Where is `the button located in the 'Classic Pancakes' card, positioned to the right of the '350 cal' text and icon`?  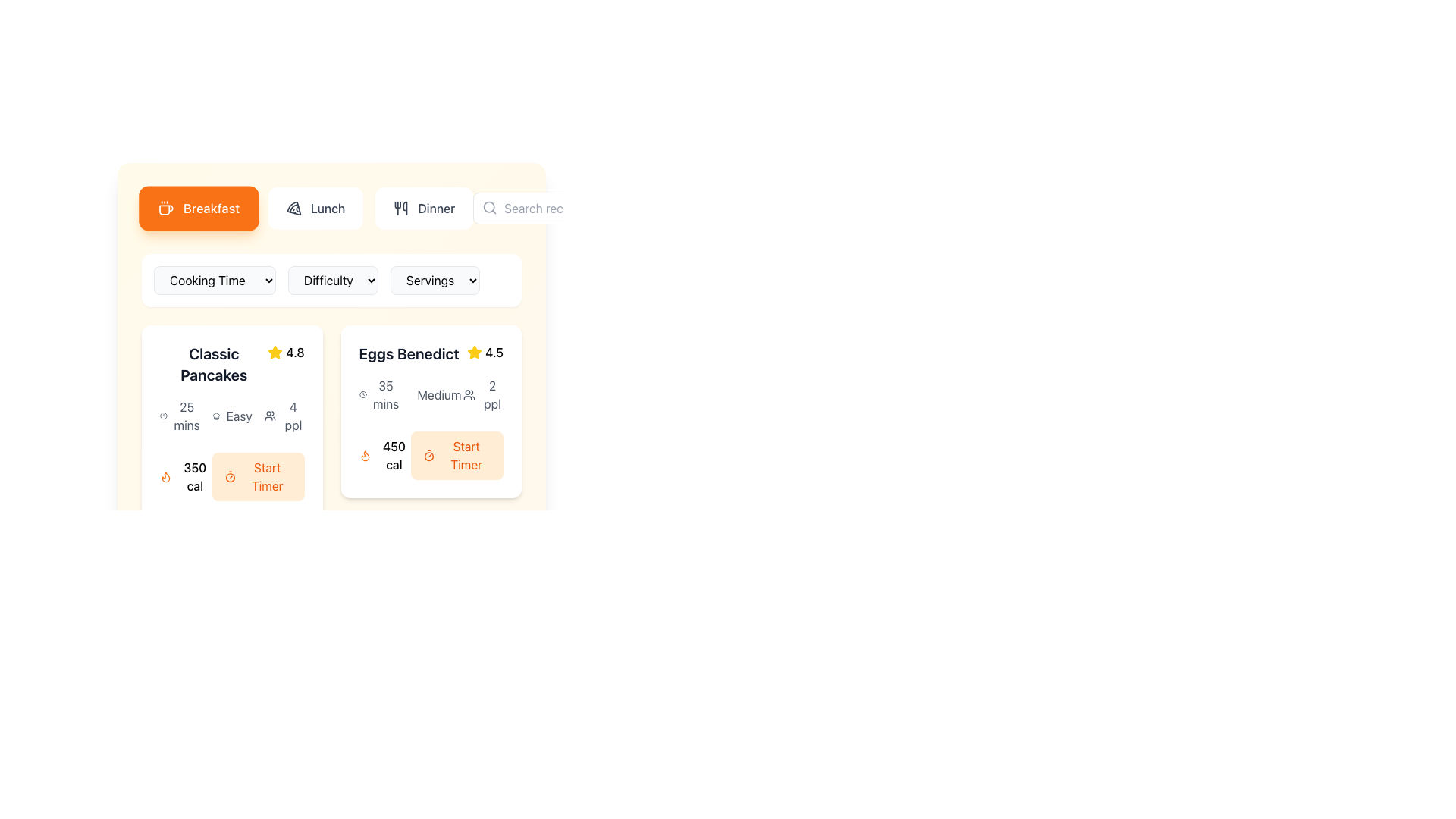
the button located in the 'Classic Pancakes' card, positioned to the right of the '350 cal' text and icon is located at coordinates (231, 475).